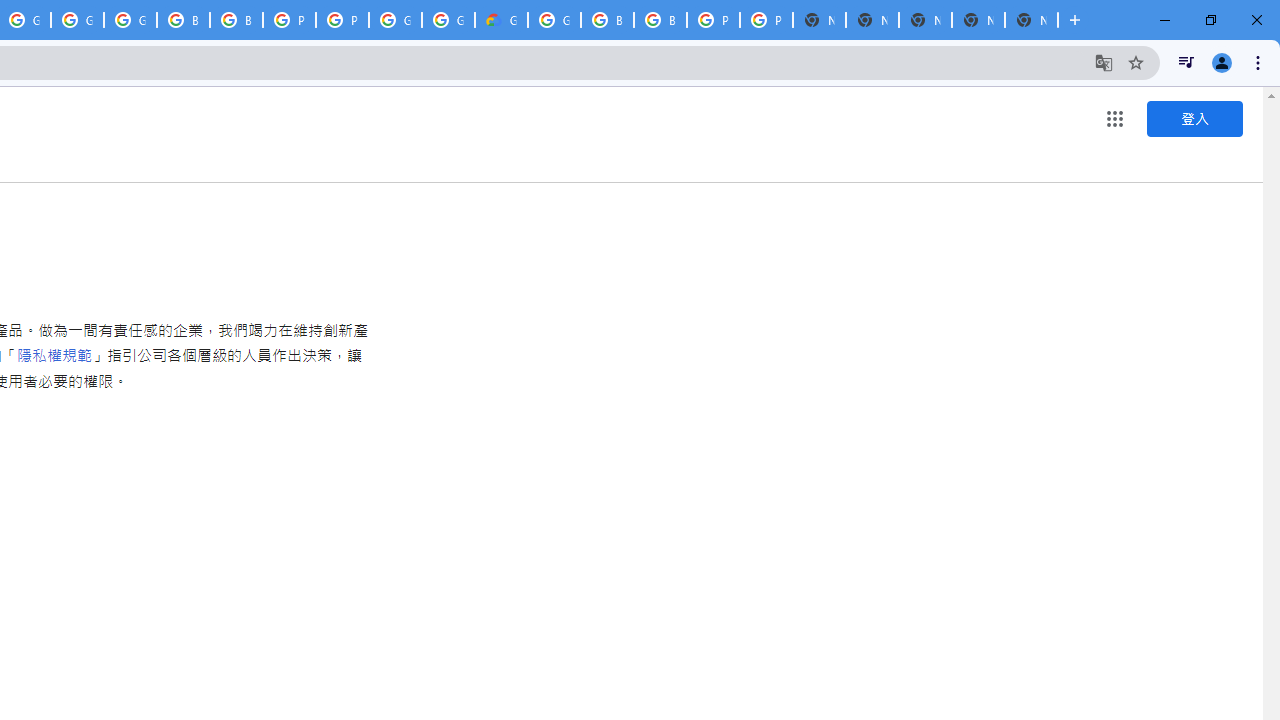  What do you see at coordinates (183, 20) in the screenshot?
I see `'Browse Chrome as a guest - Computer - Google Chrome Help'` at bounding box center [183, 20].